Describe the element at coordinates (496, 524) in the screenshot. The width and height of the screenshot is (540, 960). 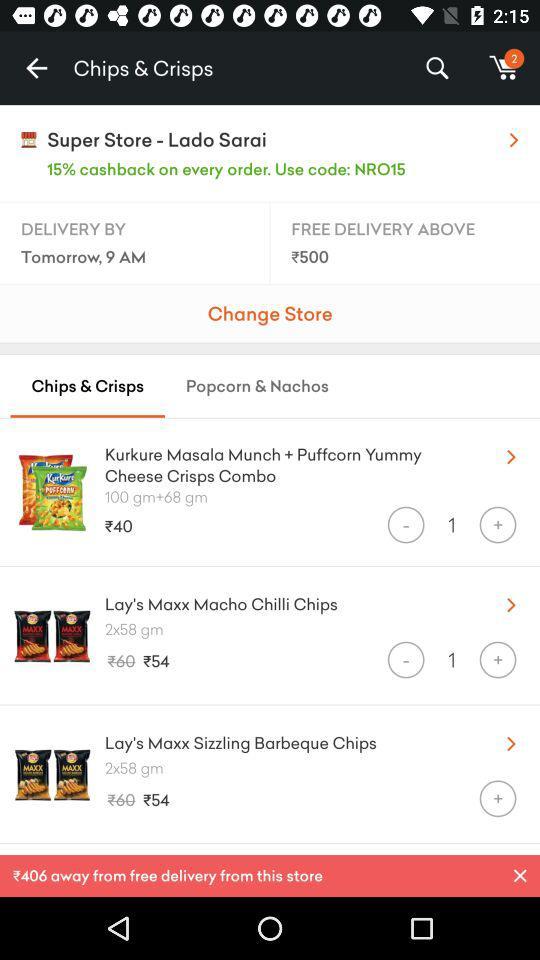
I see `the icon to the right of 1 item` at that location.